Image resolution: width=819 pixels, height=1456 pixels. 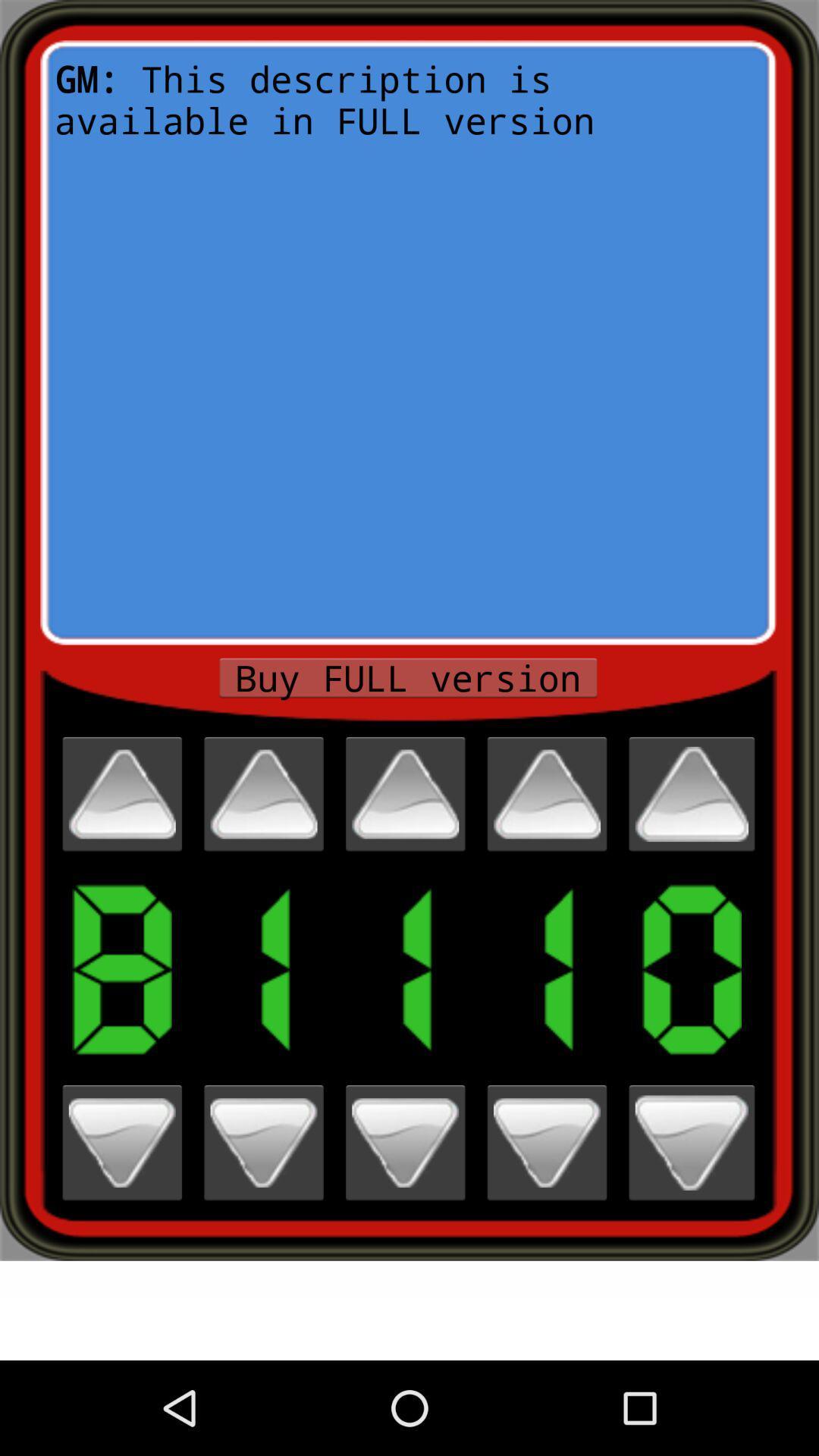 What do you see at coordinates (262, 1143) in the screenshot?
I see `lower digit` at bounding box center [262, 1143].